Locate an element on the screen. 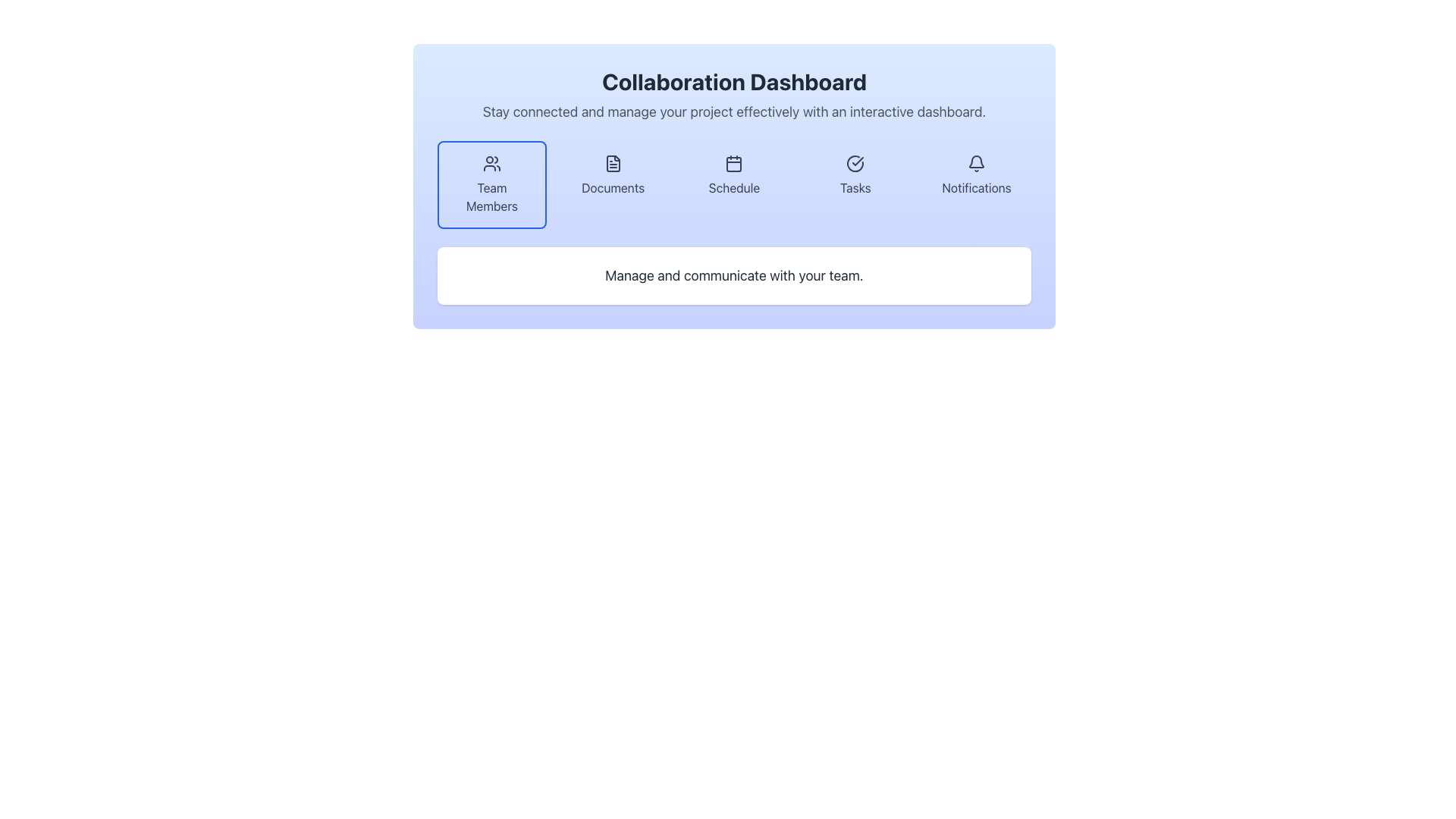  the small rectangular calendar icon button located is located at coordinates (734, 164).